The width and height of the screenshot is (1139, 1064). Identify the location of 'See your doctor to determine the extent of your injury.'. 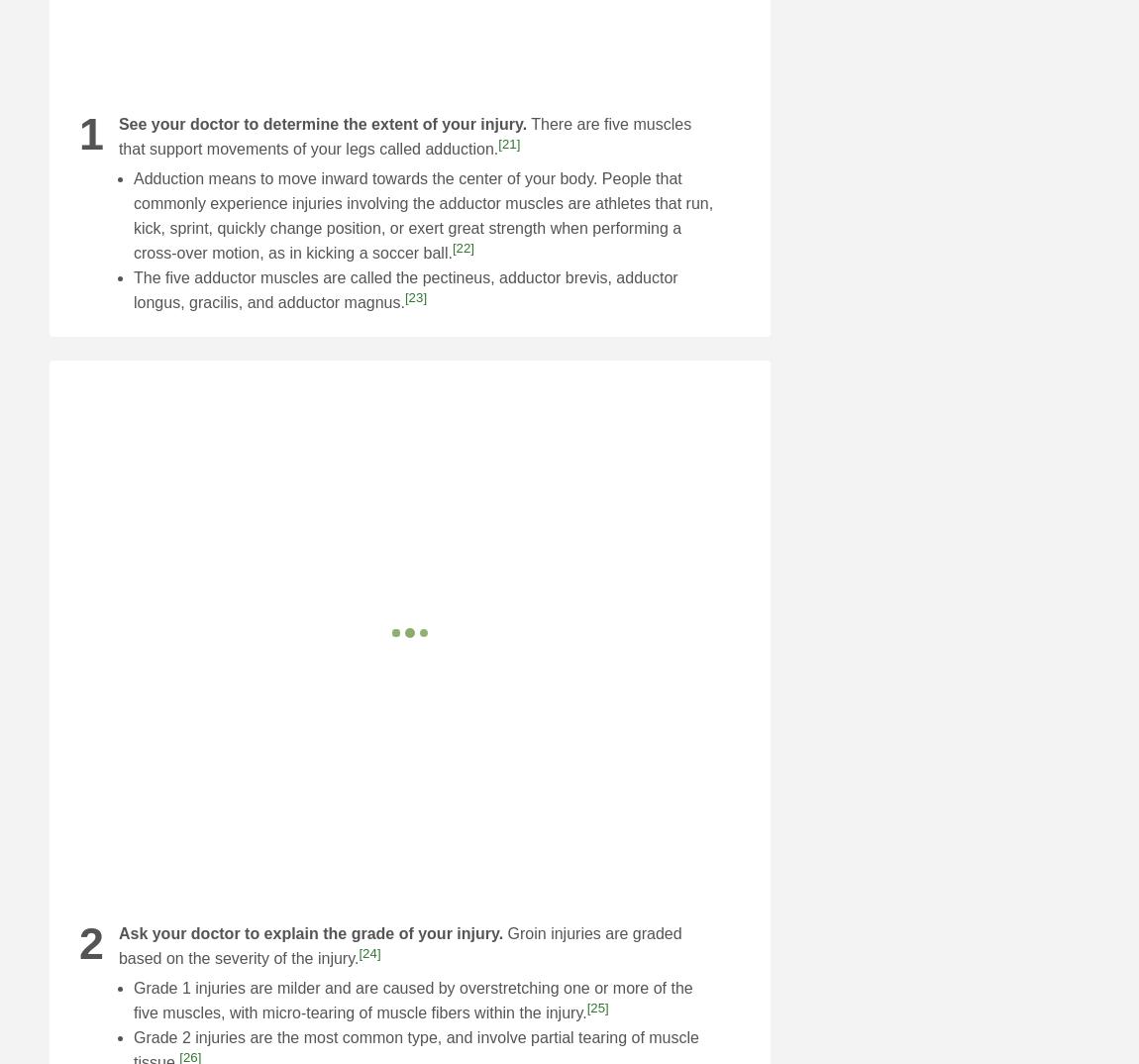
(117, 122).